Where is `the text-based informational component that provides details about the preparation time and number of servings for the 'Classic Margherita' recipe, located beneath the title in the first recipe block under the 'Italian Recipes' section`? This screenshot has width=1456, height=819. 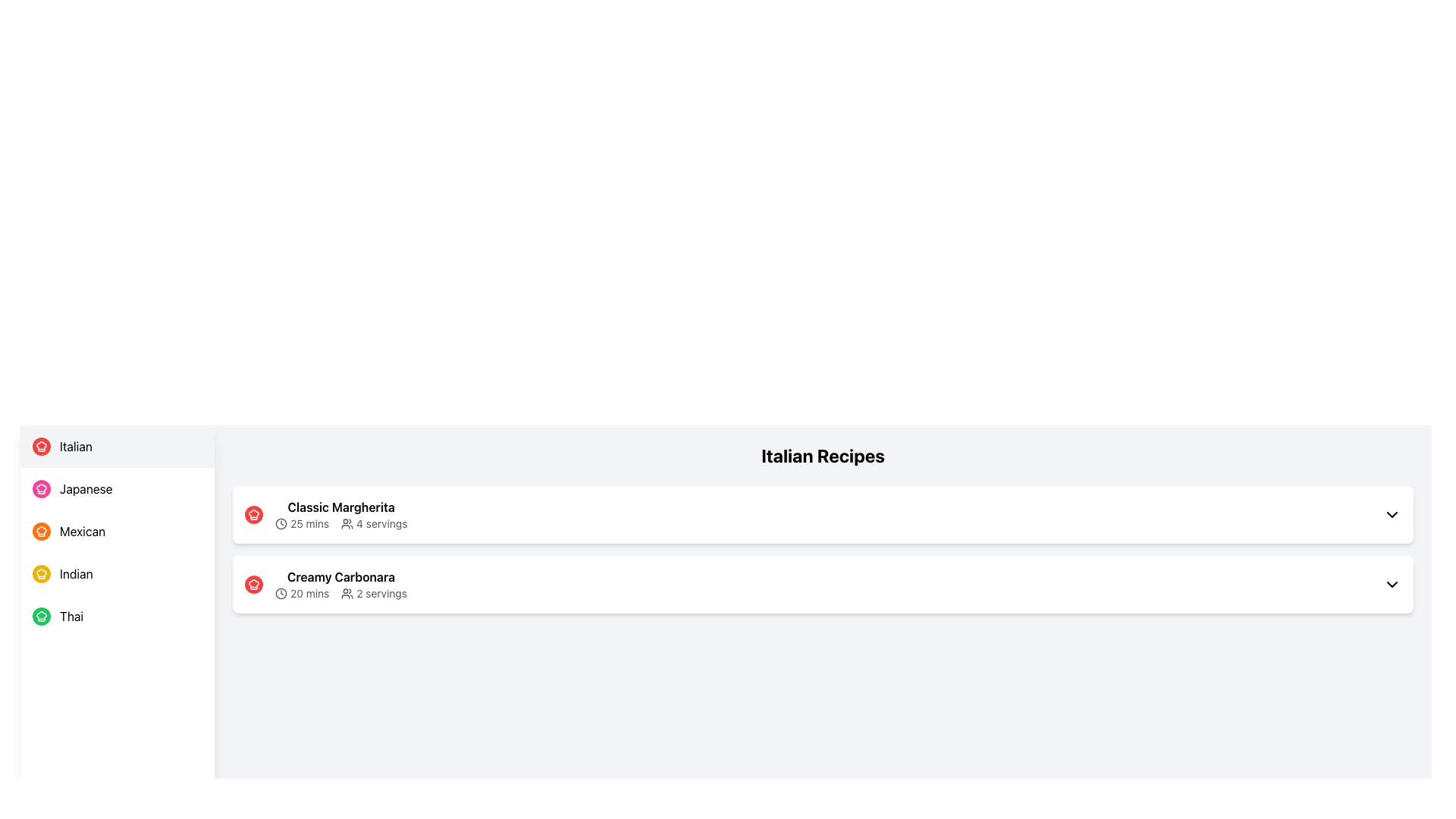 the text-based informational component that provides details about the preparation time and number of servings for the 'Classic Margherita' recipe, located beneath the title in the first recipe block under the 'Italian Recipes' section is located at coordinates (340, 522).